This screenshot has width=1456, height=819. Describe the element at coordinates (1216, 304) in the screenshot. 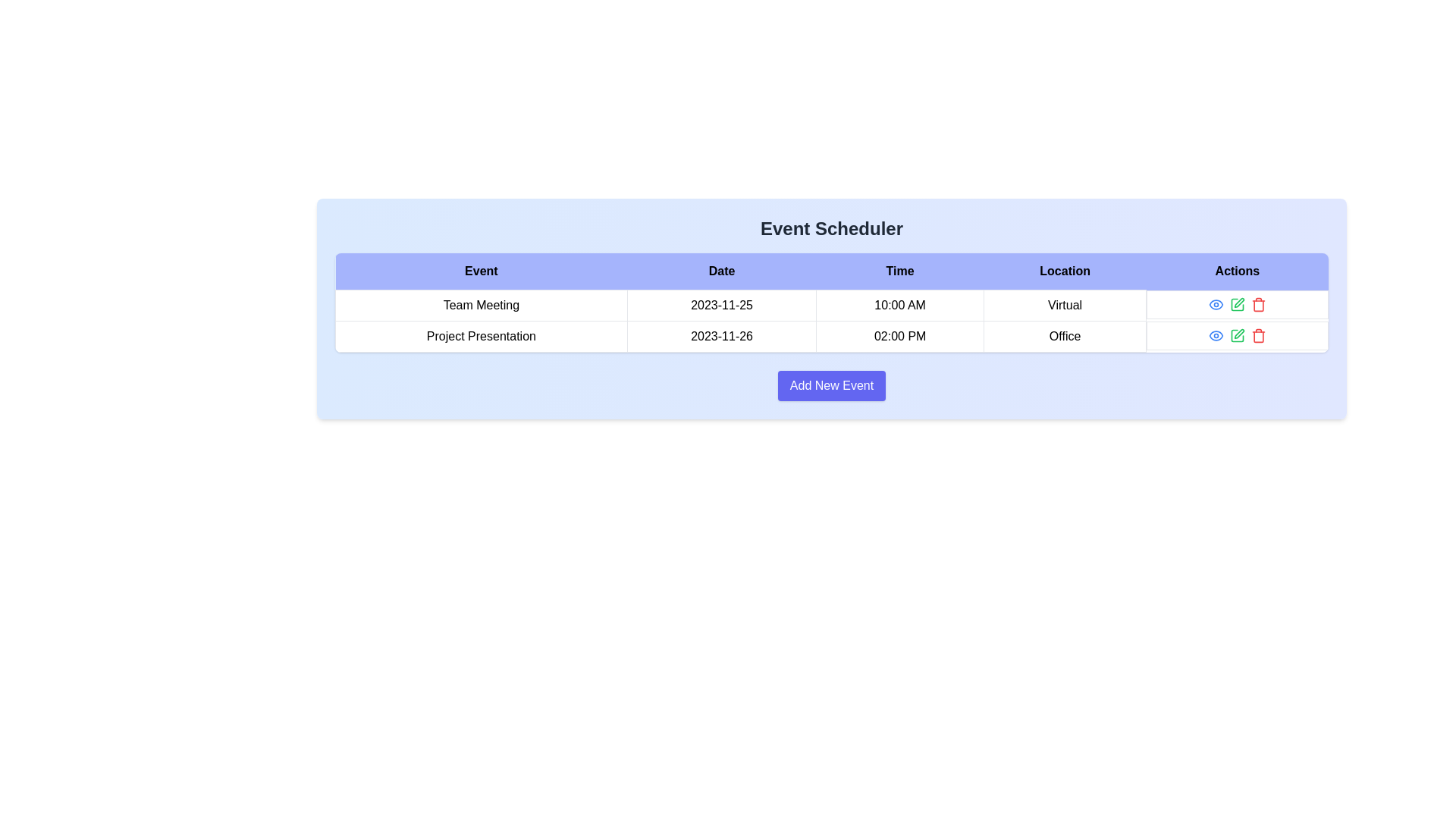

I see `the icon button that toggles the visibility of the associated event, located second from the left in the 'Actions' column of the second row in the table` at that location.